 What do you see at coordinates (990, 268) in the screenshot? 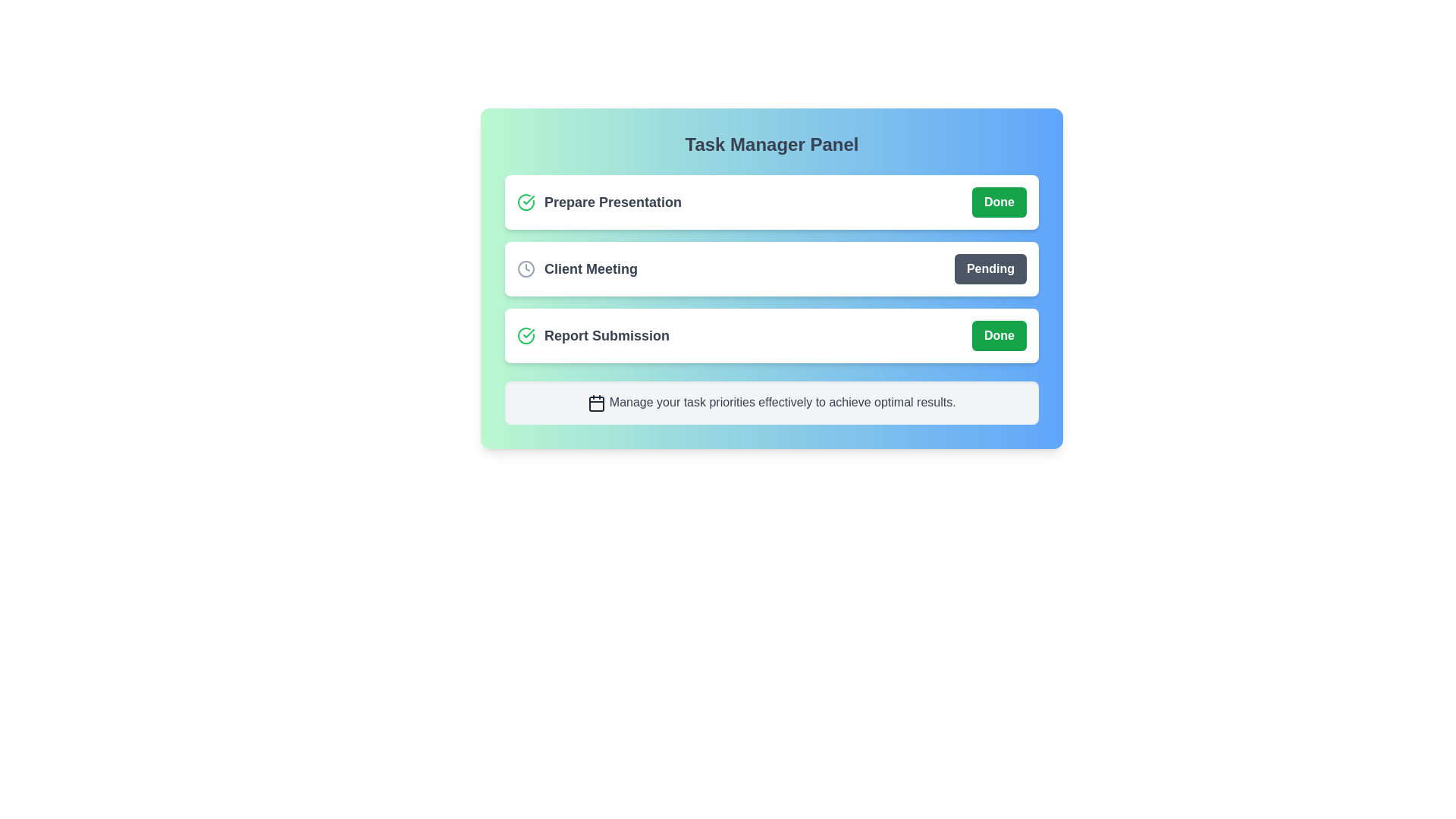
I see `the button corresponding to the task Client Meeting to toggle its status` at bounding box center [990, 268].